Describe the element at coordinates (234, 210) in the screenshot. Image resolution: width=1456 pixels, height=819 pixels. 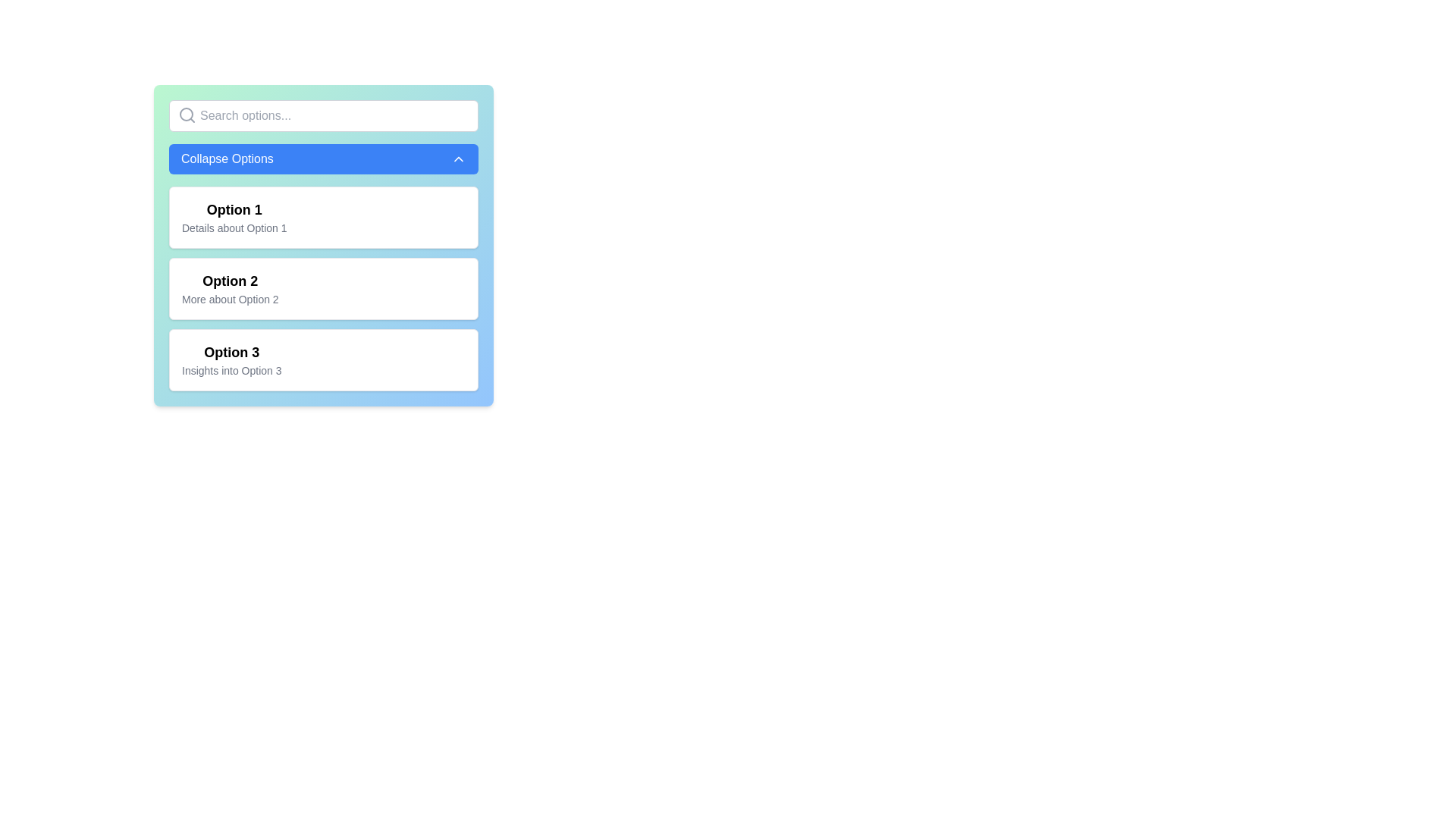
I see `the text label displaying 'Option 1', which is styled with a bold font and serves as a heading for its section` at that location.